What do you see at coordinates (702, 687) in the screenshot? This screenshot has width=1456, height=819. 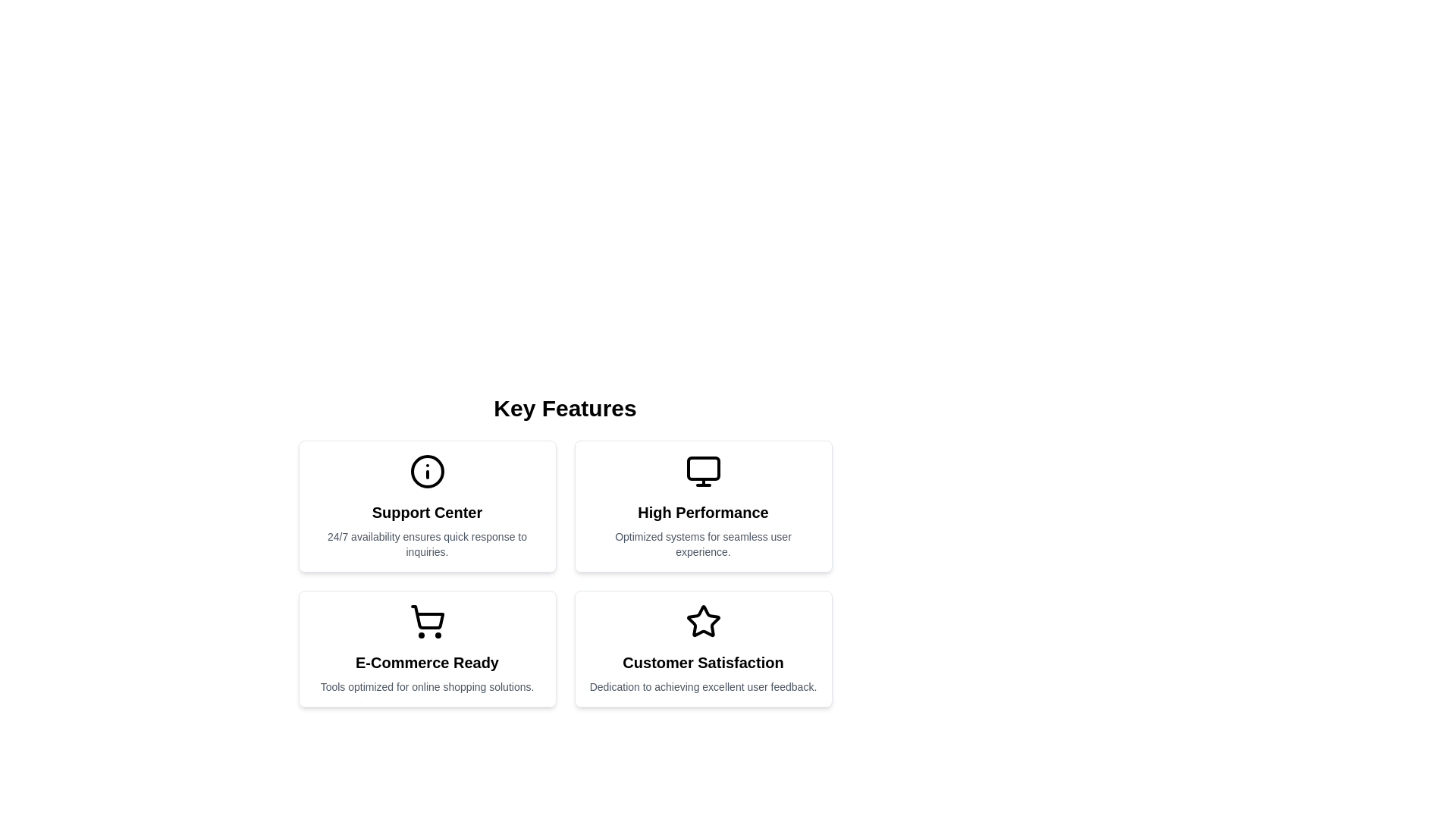 I see `the static text located at the bottom center of the 'Customer Satisfaction' card, which provides descriptive context for the title` at bounding box center [702, 687].